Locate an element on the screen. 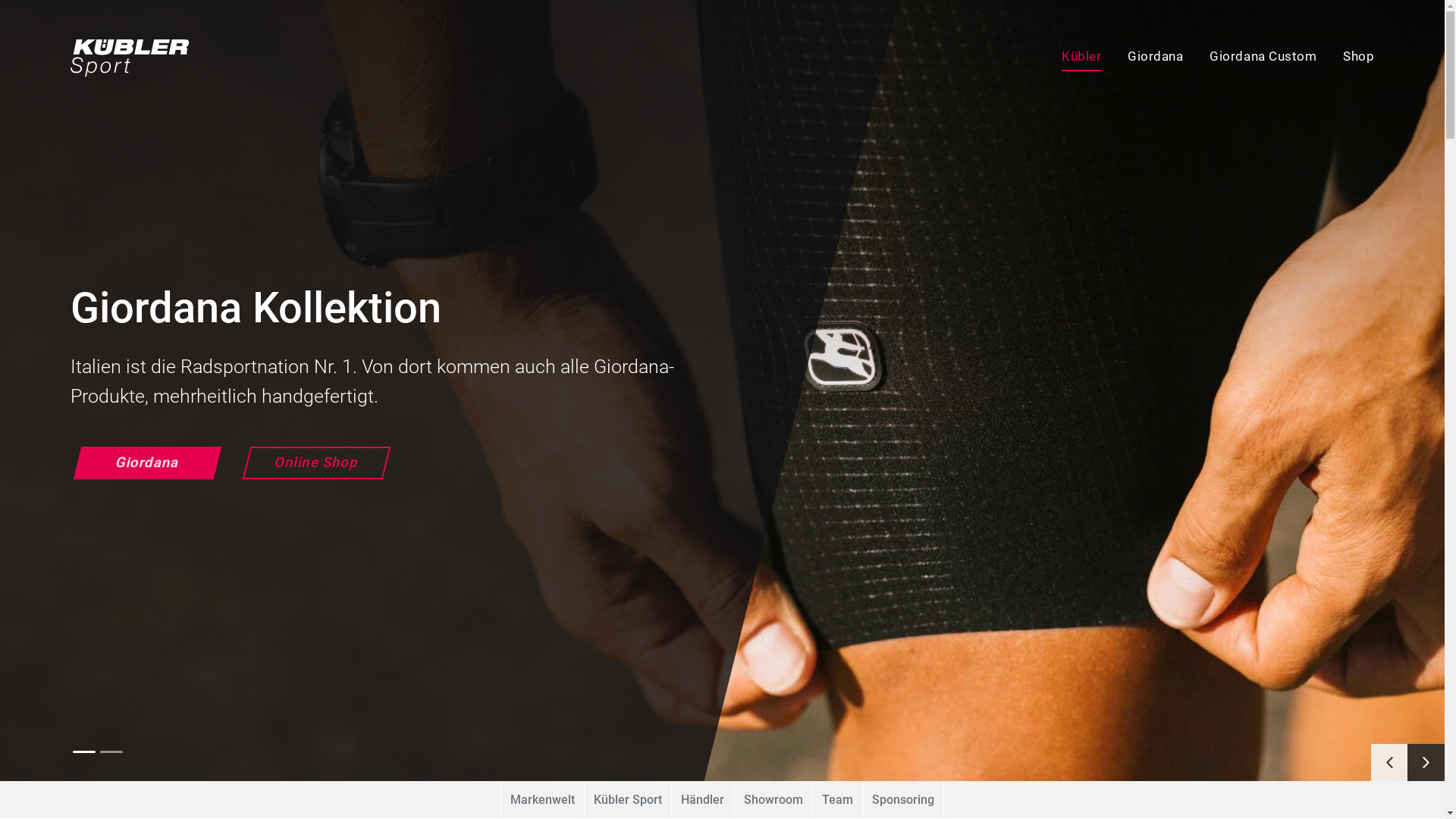 The height and width of the screenshot is (819, 1456). 'Shop' is located at coordinates (1346, 57).